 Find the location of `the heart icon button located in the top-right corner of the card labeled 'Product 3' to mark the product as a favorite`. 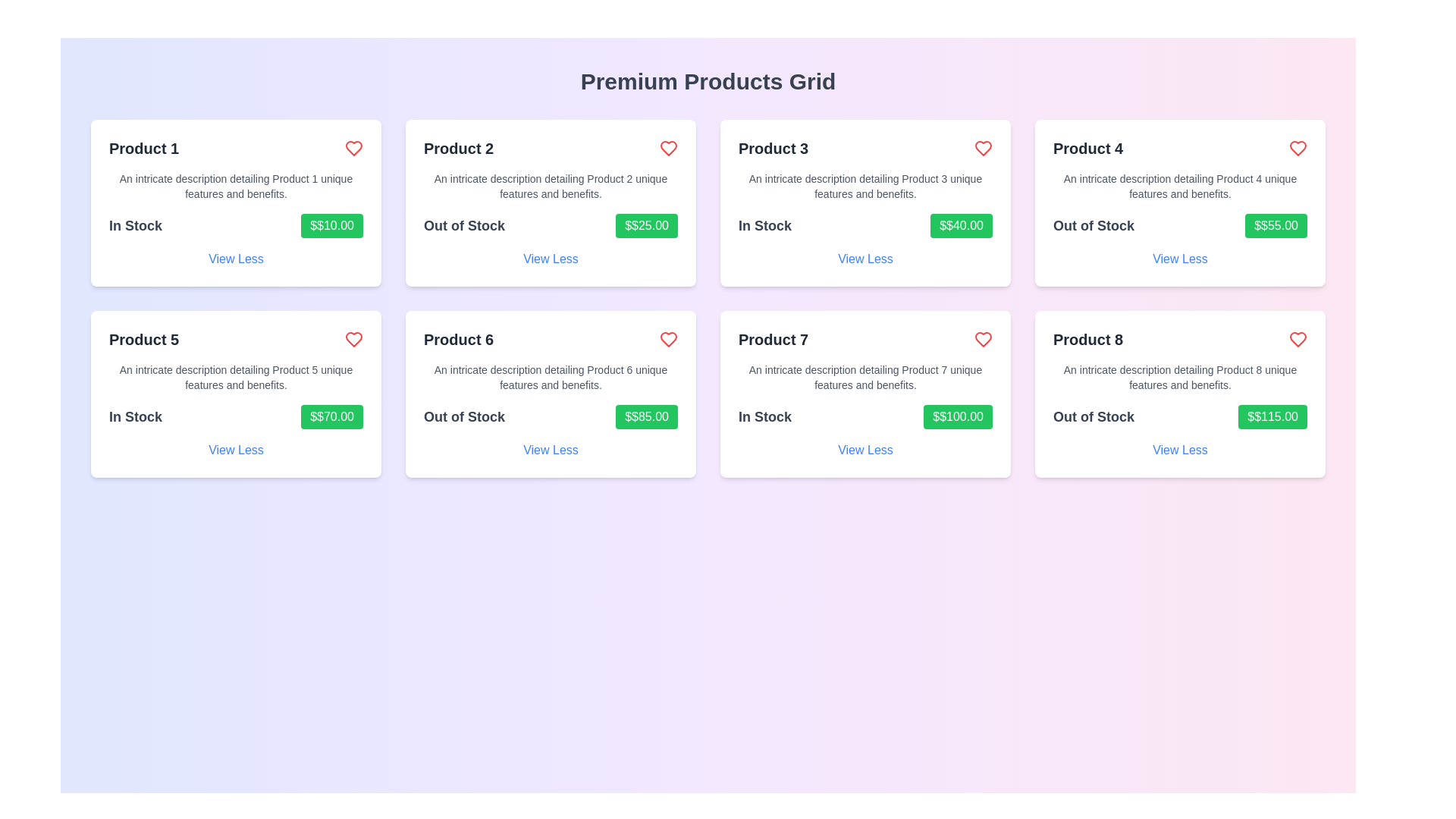

the heart icon button located in the top-right corner of the card labeled 'Product 3' to mark the product as a favorite is located at coordinates (983, 338).